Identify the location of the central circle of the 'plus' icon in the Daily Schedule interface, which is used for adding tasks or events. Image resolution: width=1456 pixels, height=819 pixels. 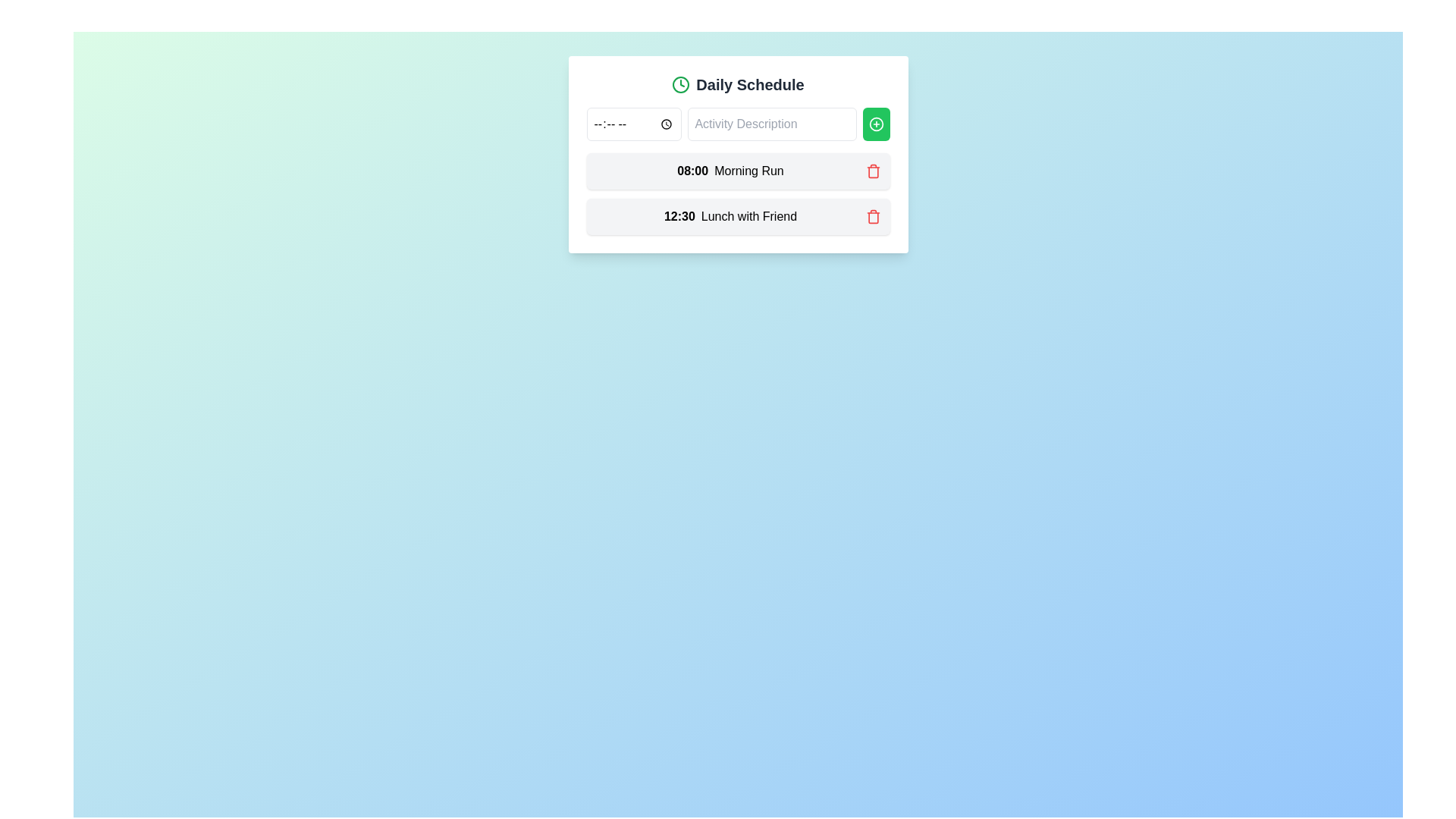
(876, 124).